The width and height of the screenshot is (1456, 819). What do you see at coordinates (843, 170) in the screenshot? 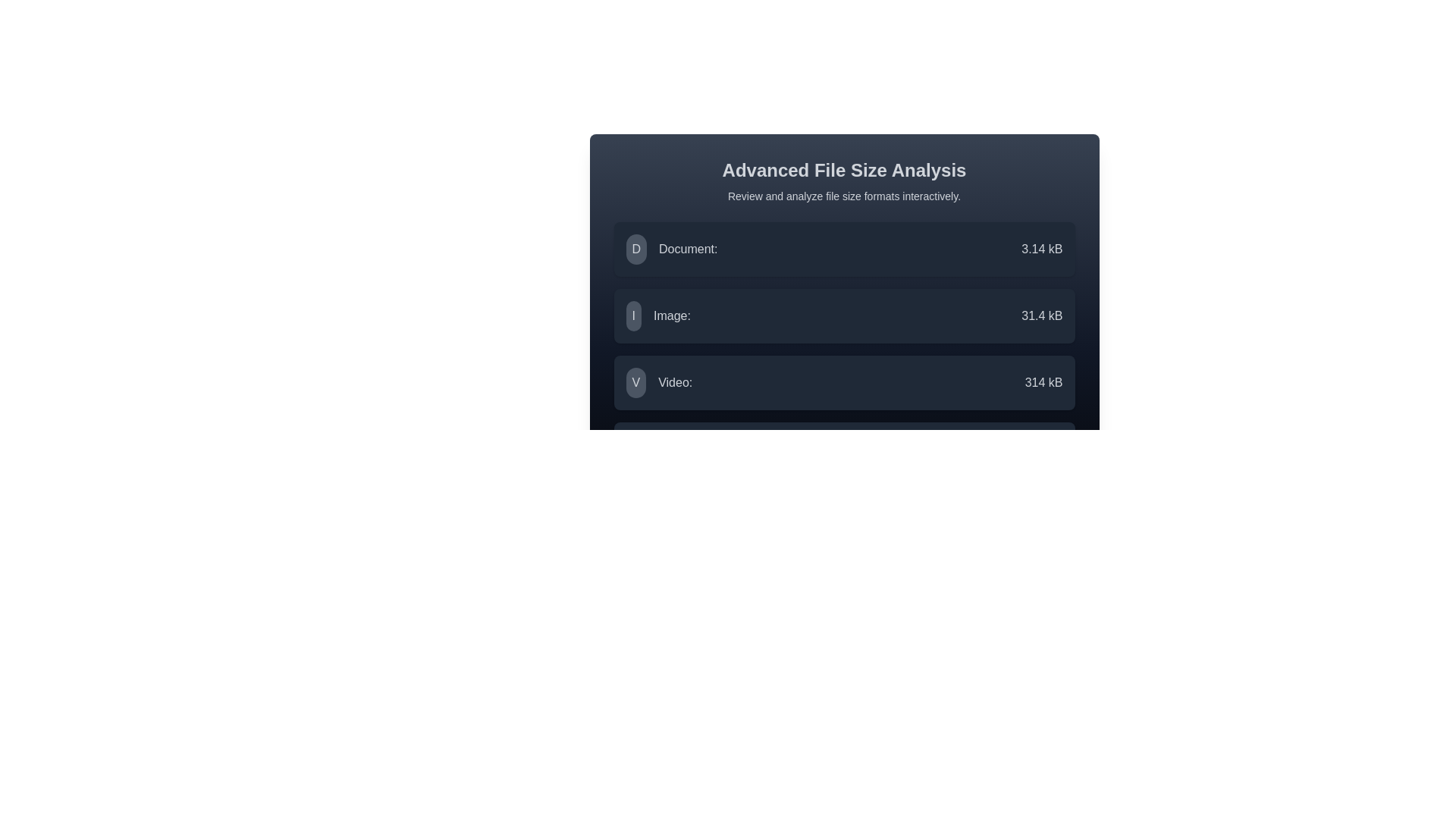
I see `the text label displaying 'Advanced File Size Analysis', which is centrally located at the top of the section with a bold and large font` at bounding box center [843, 170].